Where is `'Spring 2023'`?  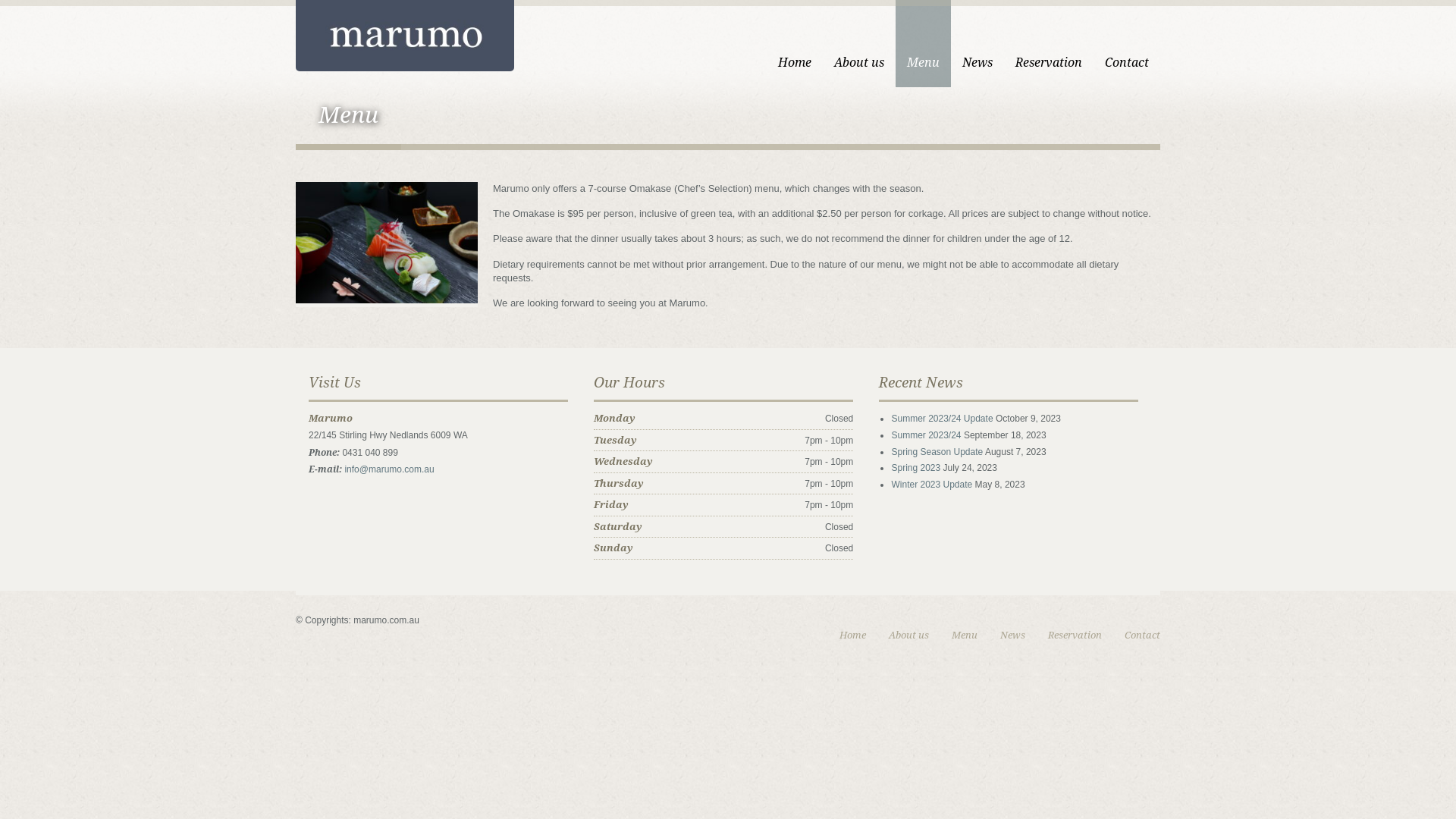 'Spring 2023' is located at coordinates (915, 467).